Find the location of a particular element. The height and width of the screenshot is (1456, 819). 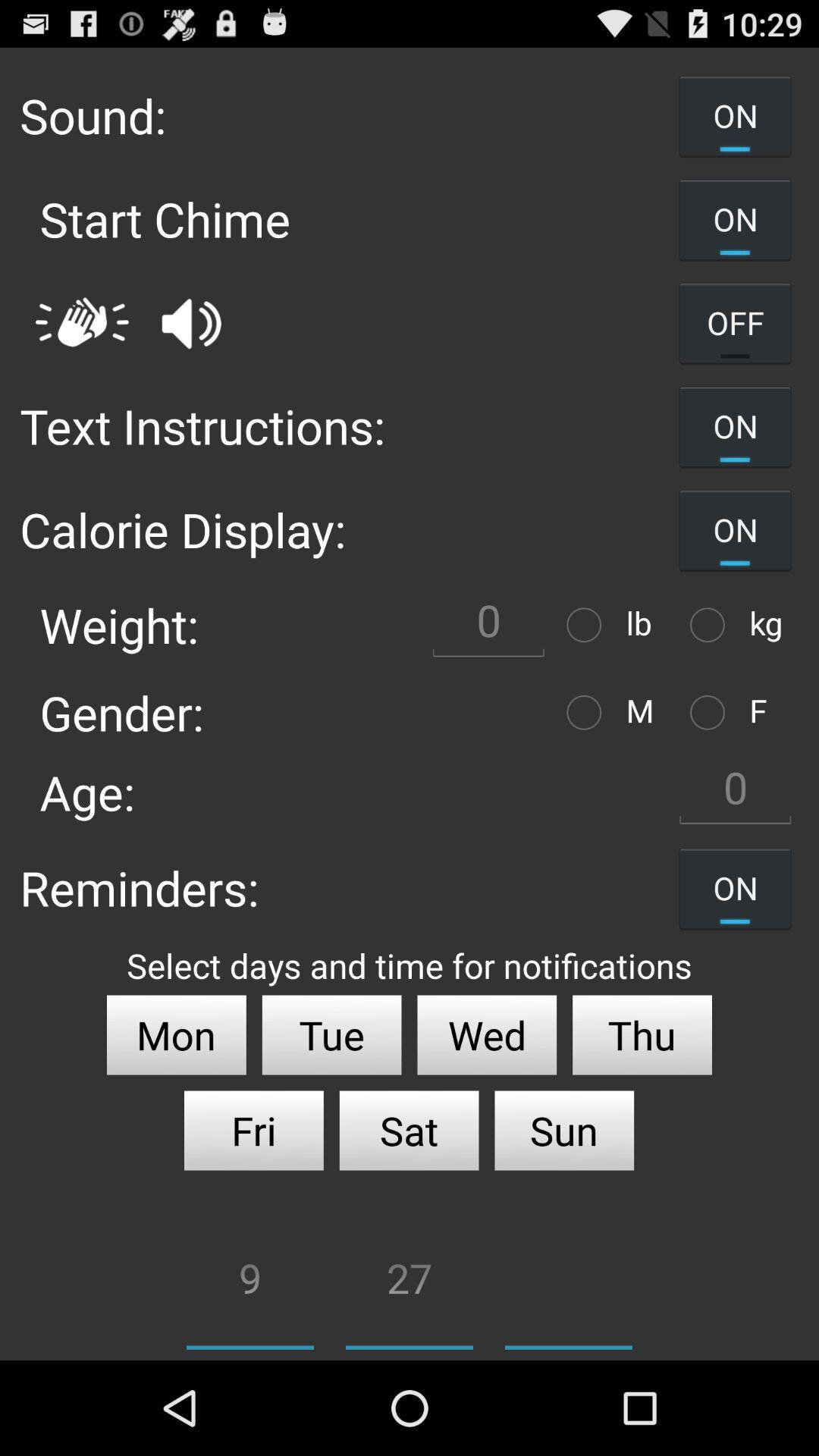

switch to kilogram option is located at coordinates (711, 625).